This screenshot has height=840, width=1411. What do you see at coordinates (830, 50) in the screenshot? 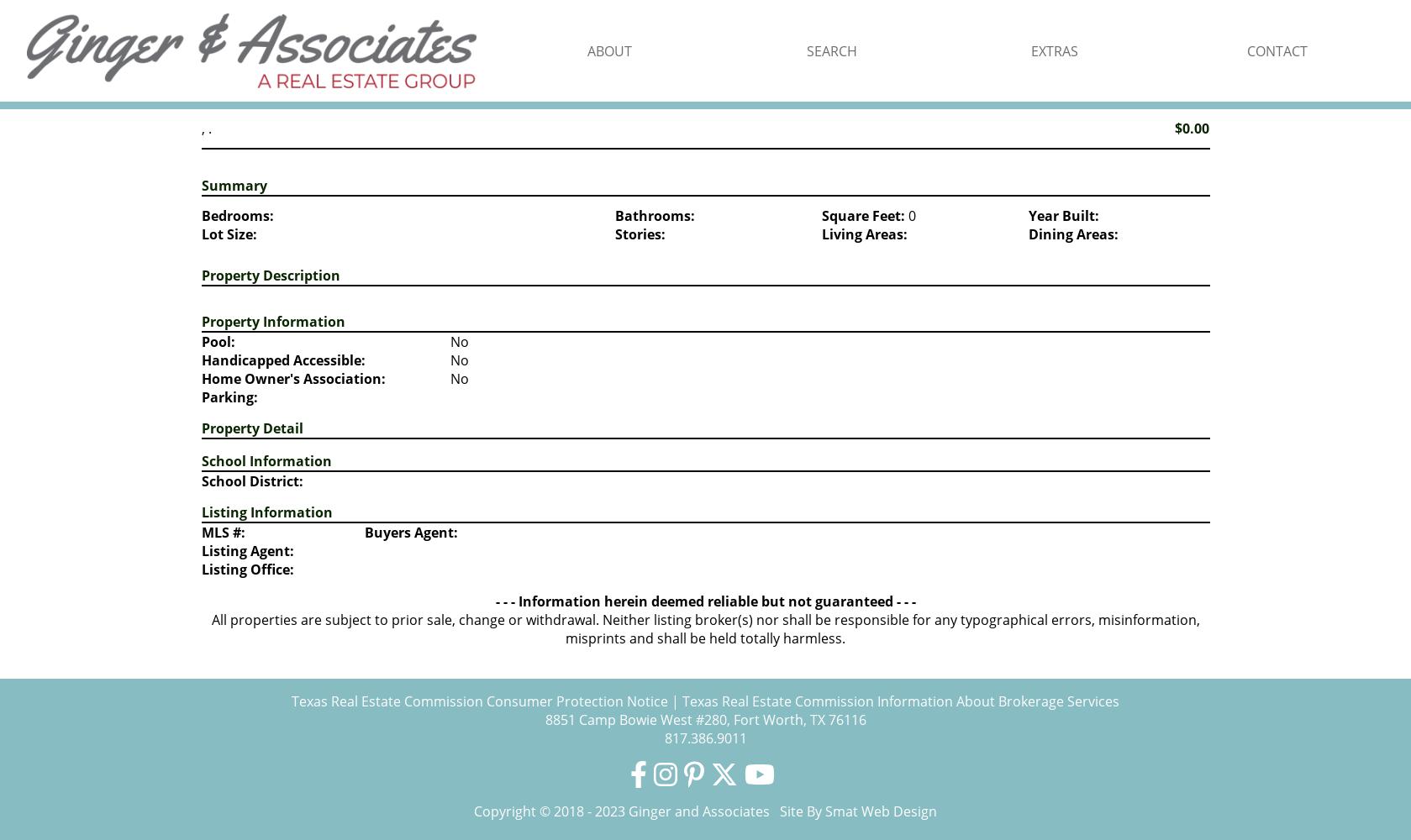
I see `'Search'` at bounding box center [830, 50].